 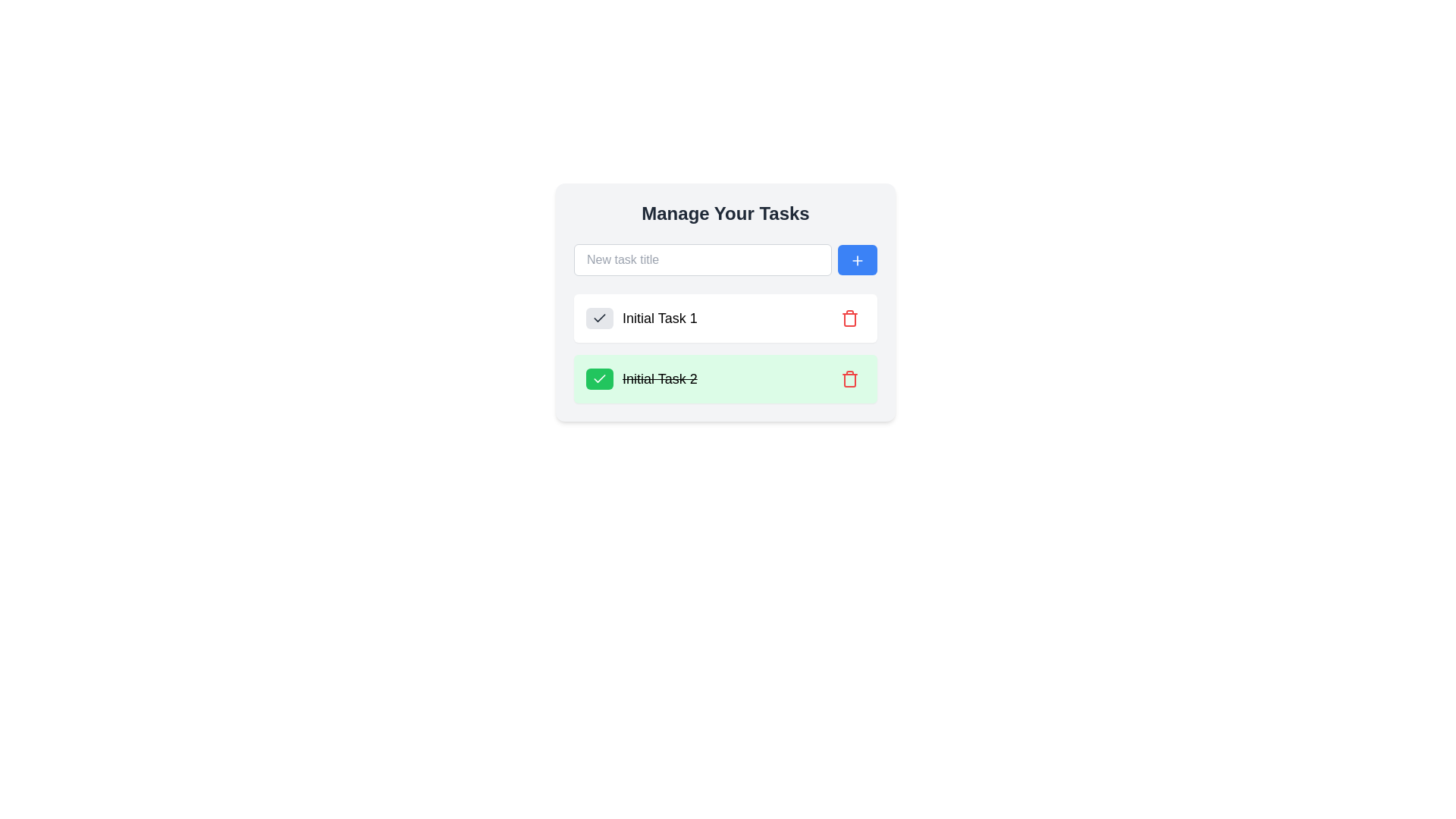 I want to click on the green button with a white checkmark icon, located to the left of the text 'Initial Task 2', so click(x=599, y=378).